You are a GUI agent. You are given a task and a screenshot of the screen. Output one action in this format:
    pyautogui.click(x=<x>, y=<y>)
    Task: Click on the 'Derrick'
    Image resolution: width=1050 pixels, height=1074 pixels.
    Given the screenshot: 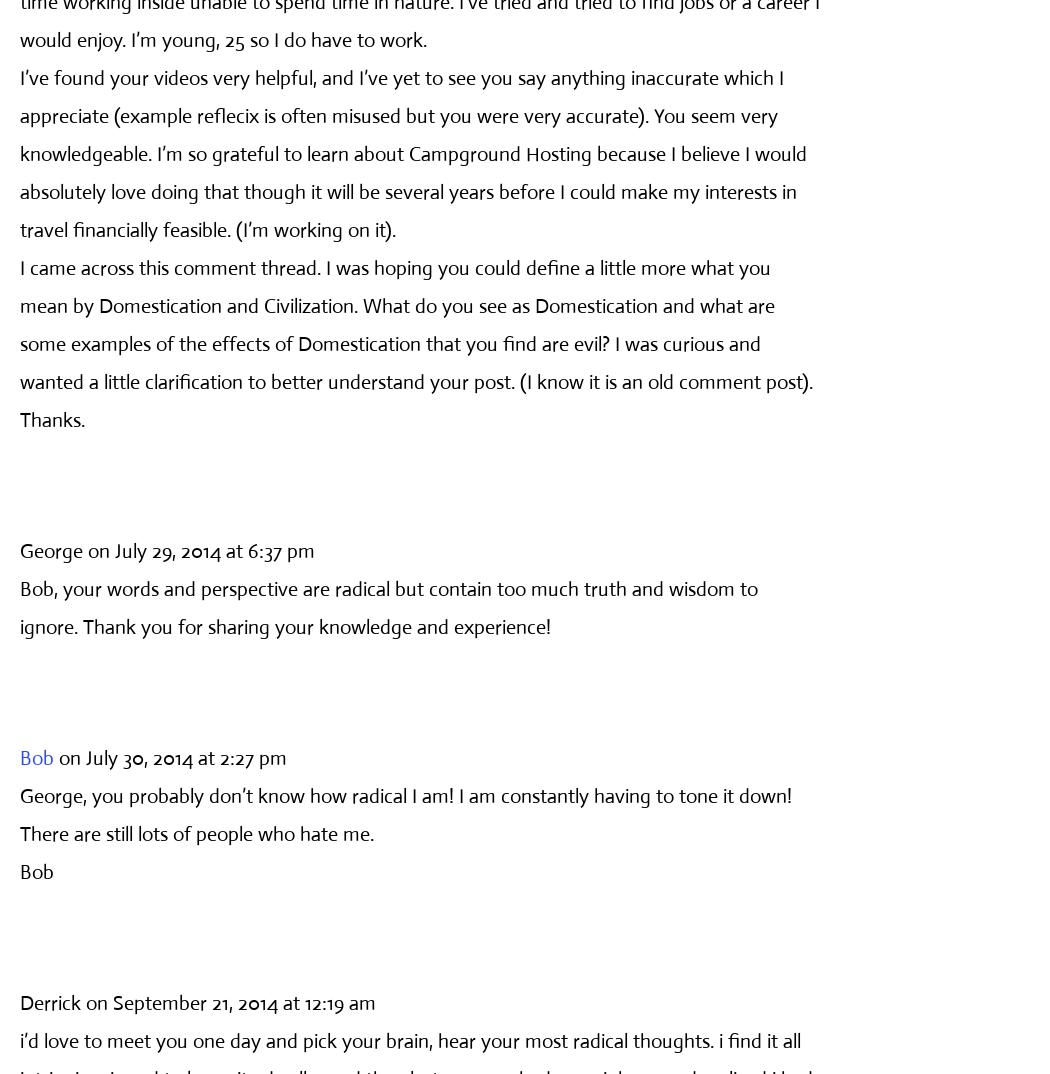 What is the action you would take?
    pyautogui.click(x=49, y=1001)
    